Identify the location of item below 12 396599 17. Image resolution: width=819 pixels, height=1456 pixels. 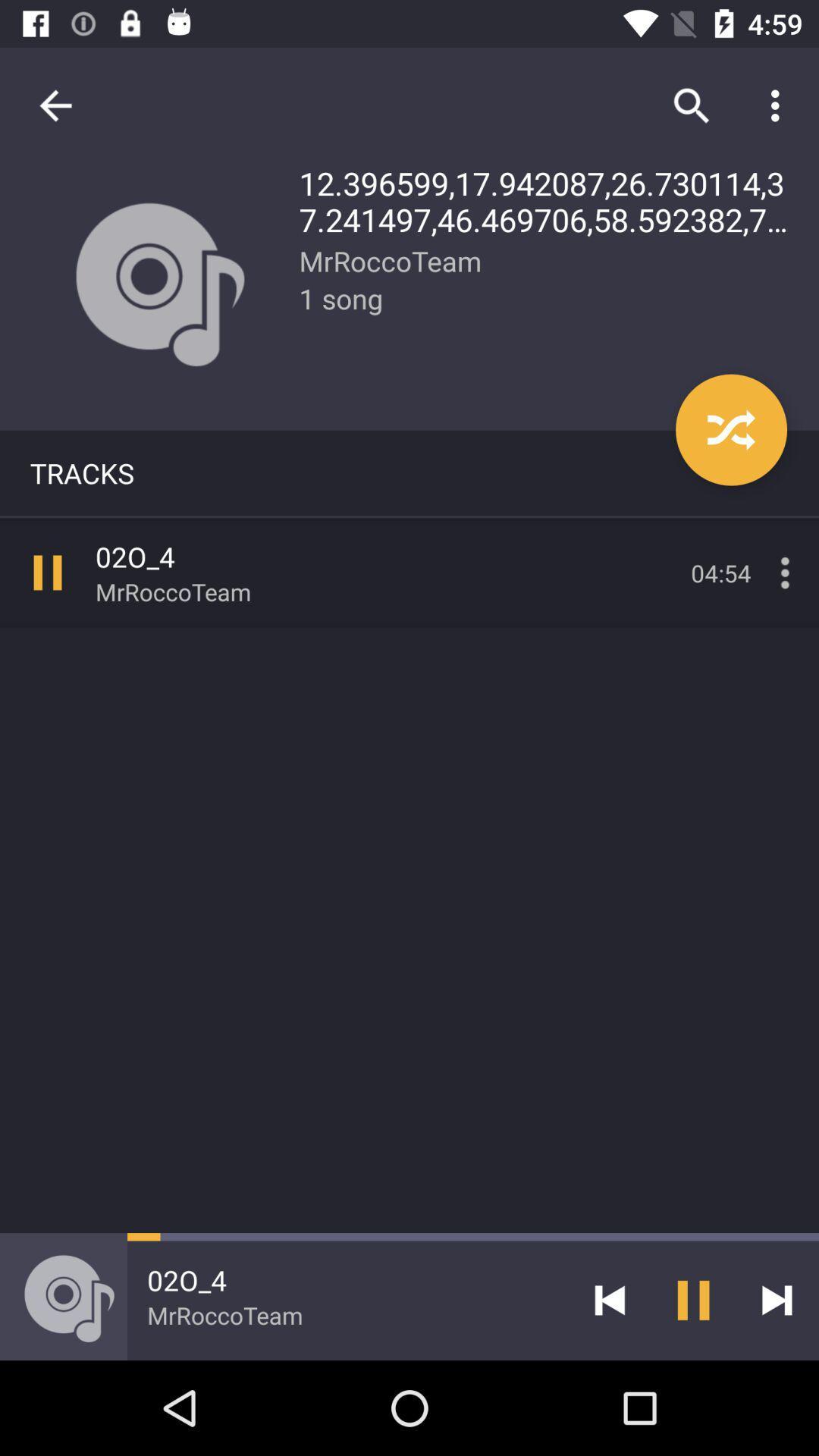
(730, 428).